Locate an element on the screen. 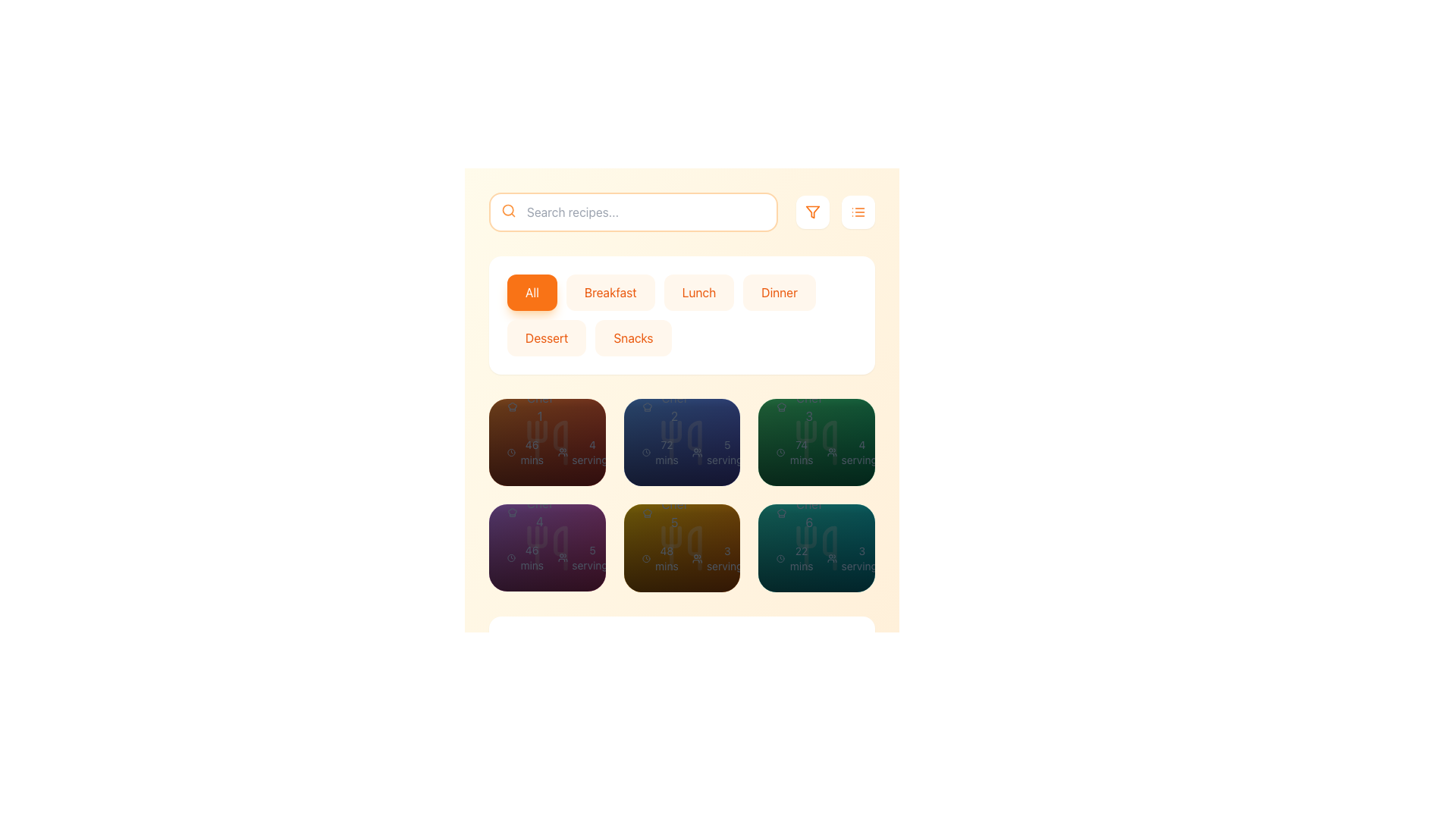 The width and height of the screenshot is (1456, 819). the informational text '4 servings' with gray font on a dark green background, accompanied by a small icon of user silhouettes, located in the fourth column of the top row of the grid layout is located at coordinates (855, 452).